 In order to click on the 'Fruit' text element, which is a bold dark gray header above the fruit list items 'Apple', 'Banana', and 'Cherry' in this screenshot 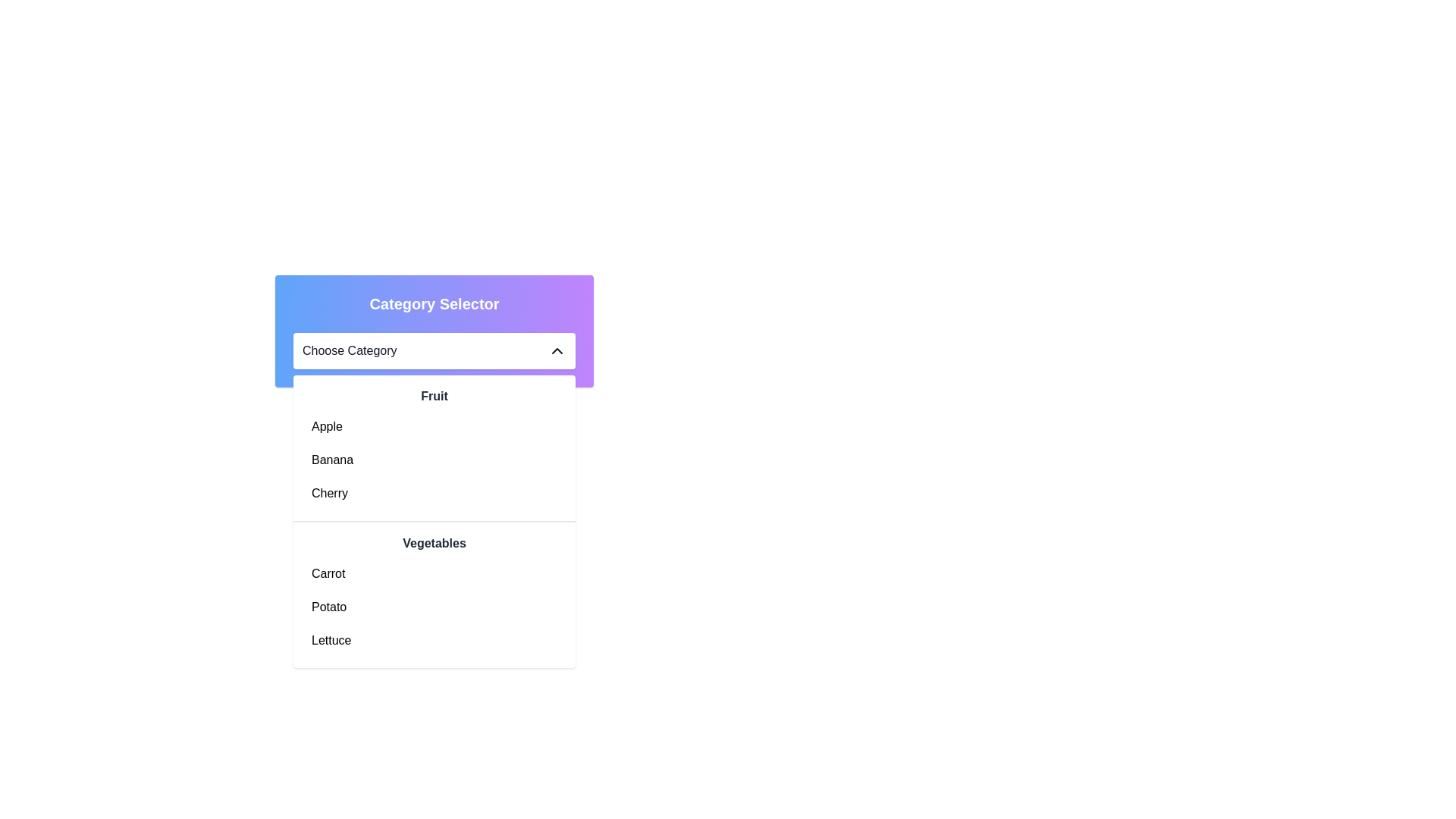, I will do `click(433, 396)`.